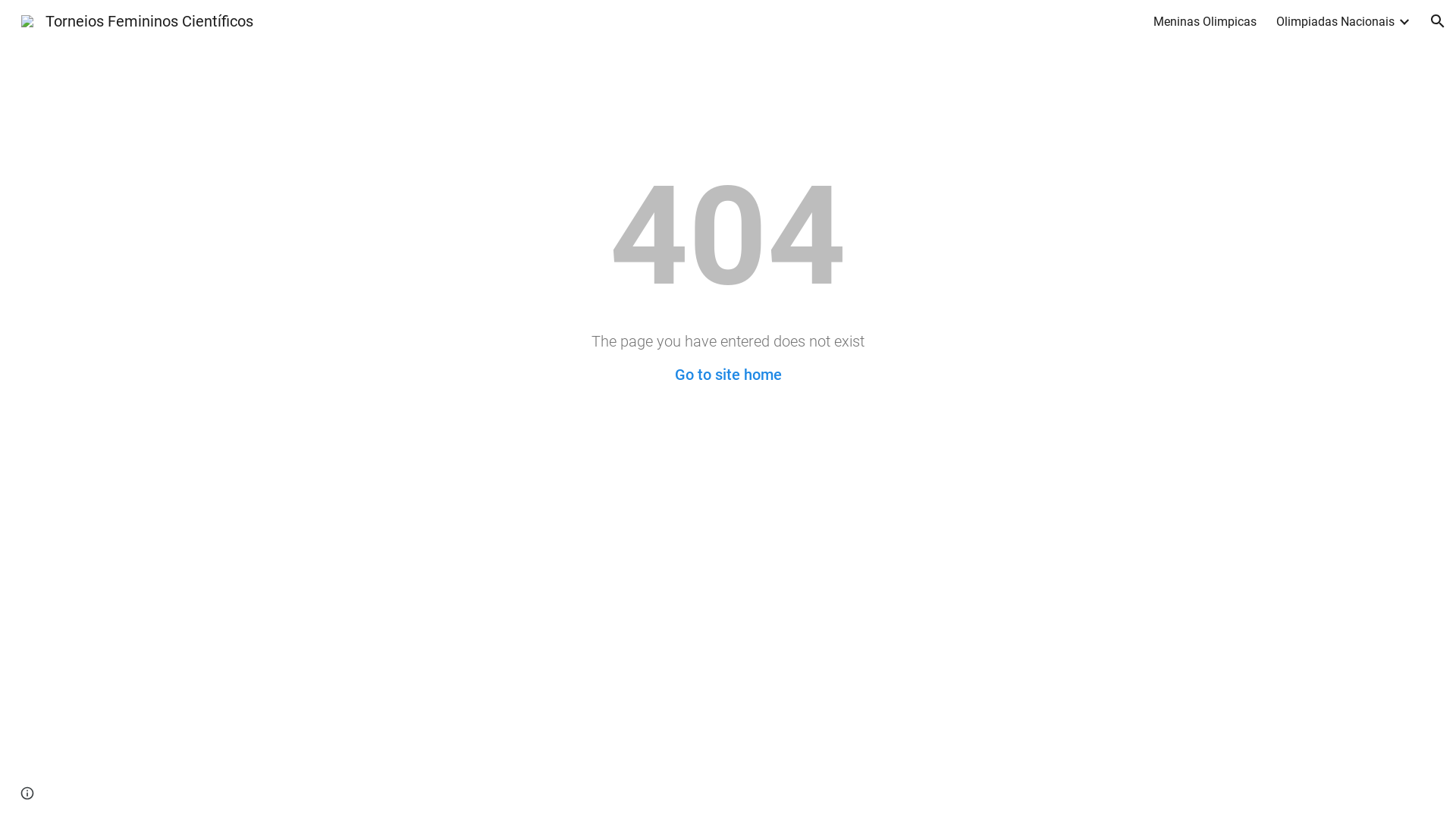 This screenshot has height=819, width=1456. What do you see at coordinates (728, 374) in the screenshot?
I see `'Go to site home'` at bounding box center [728, 374].